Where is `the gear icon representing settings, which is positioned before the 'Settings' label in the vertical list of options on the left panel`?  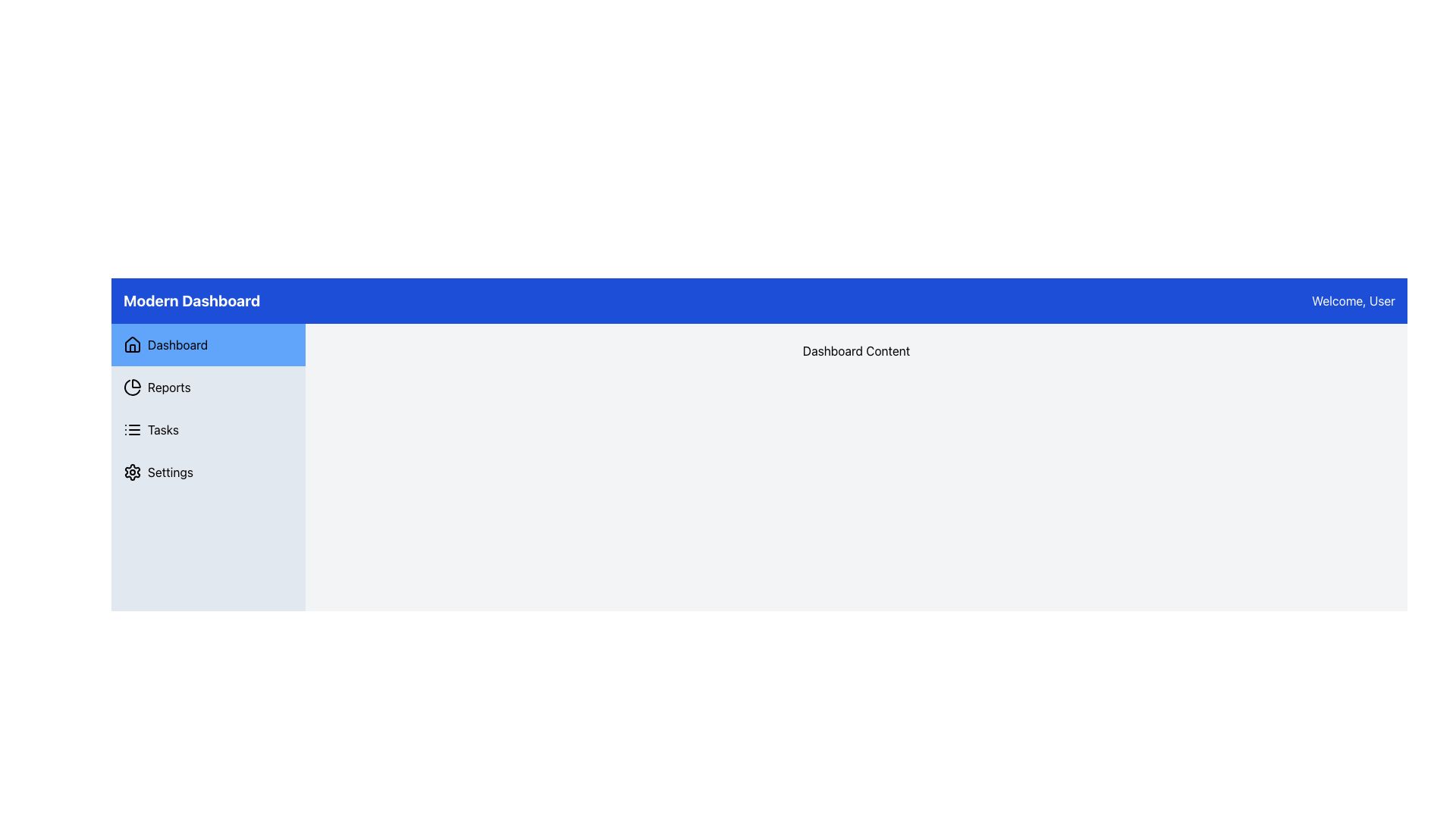 the gear icon representing settings, which is positioned before the 'Settings' label in the vertical list of options on the left panel is located at coordinates (132, 472).